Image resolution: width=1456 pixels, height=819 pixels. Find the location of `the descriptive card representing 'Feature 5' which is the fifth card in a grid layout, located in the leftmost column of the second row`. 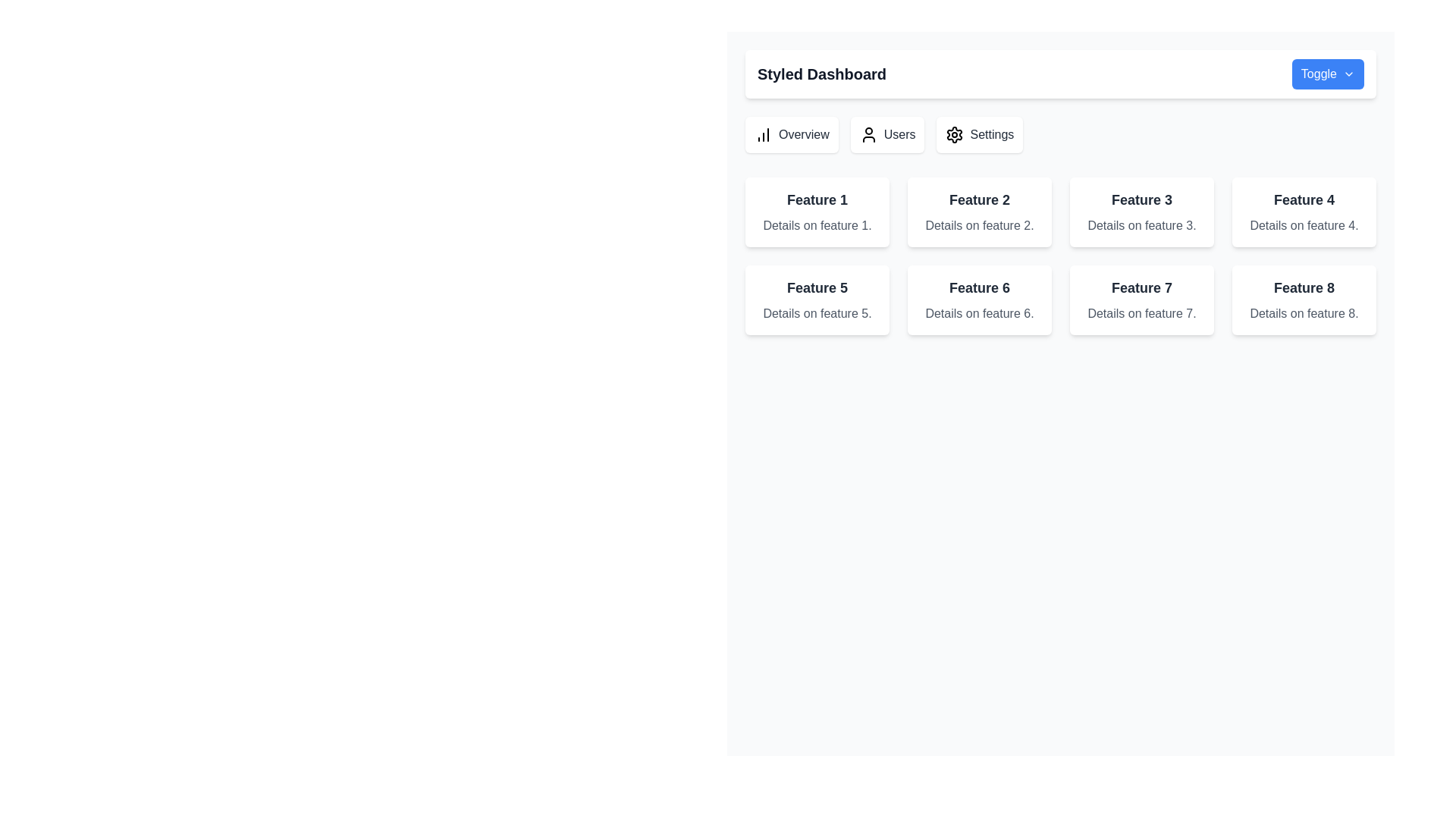

the descriptive card representing 'Feature 5' which is the fifth card in a grid layout, located in the leftmost column of the second row is located at coordinates (817, 300).